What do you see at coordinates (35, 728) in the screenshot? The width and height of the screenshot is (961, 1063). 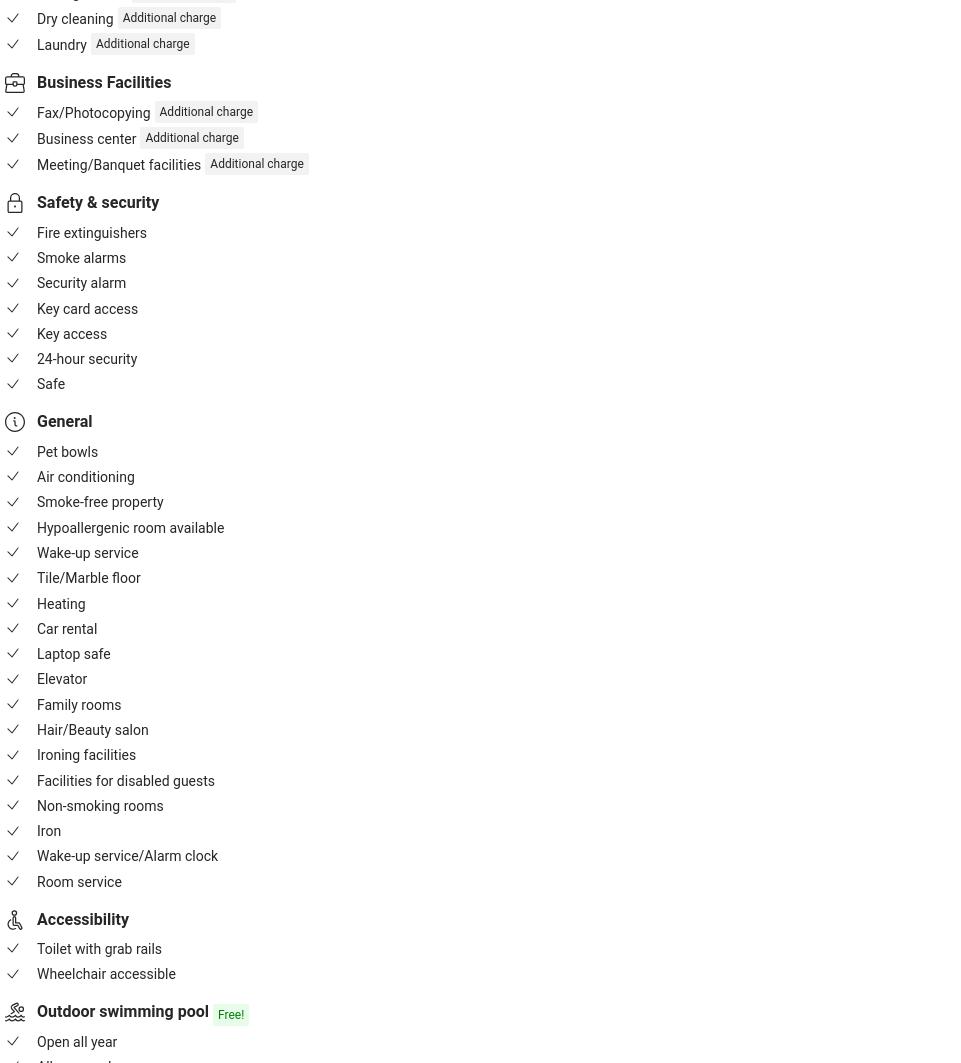 I see `'Hair/Beauty salon'` at bounding box center [35, 728].